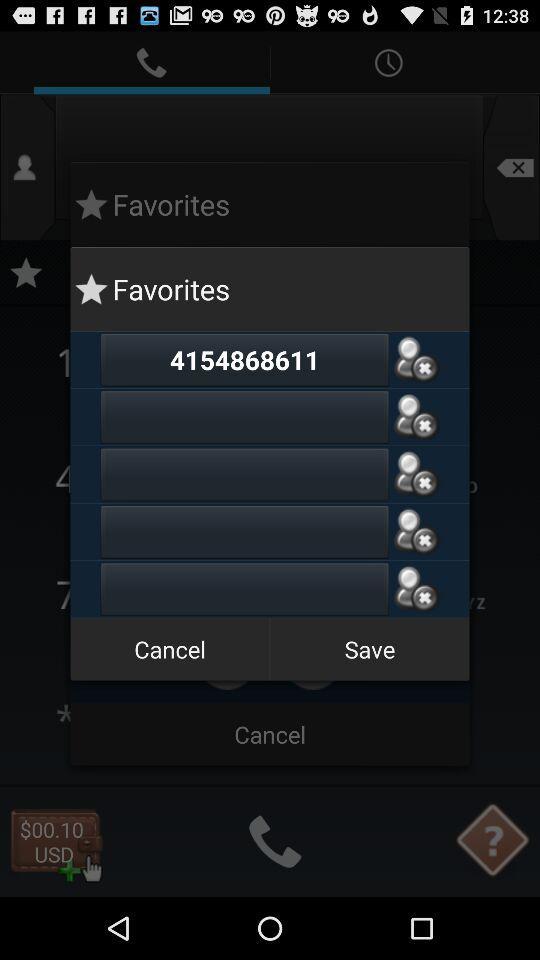 This screenshot has width=540, height=960. What do you see at coordinates (415, 530) in the screenshot?
I see `delete favorite` at bounding box center [415, 530].